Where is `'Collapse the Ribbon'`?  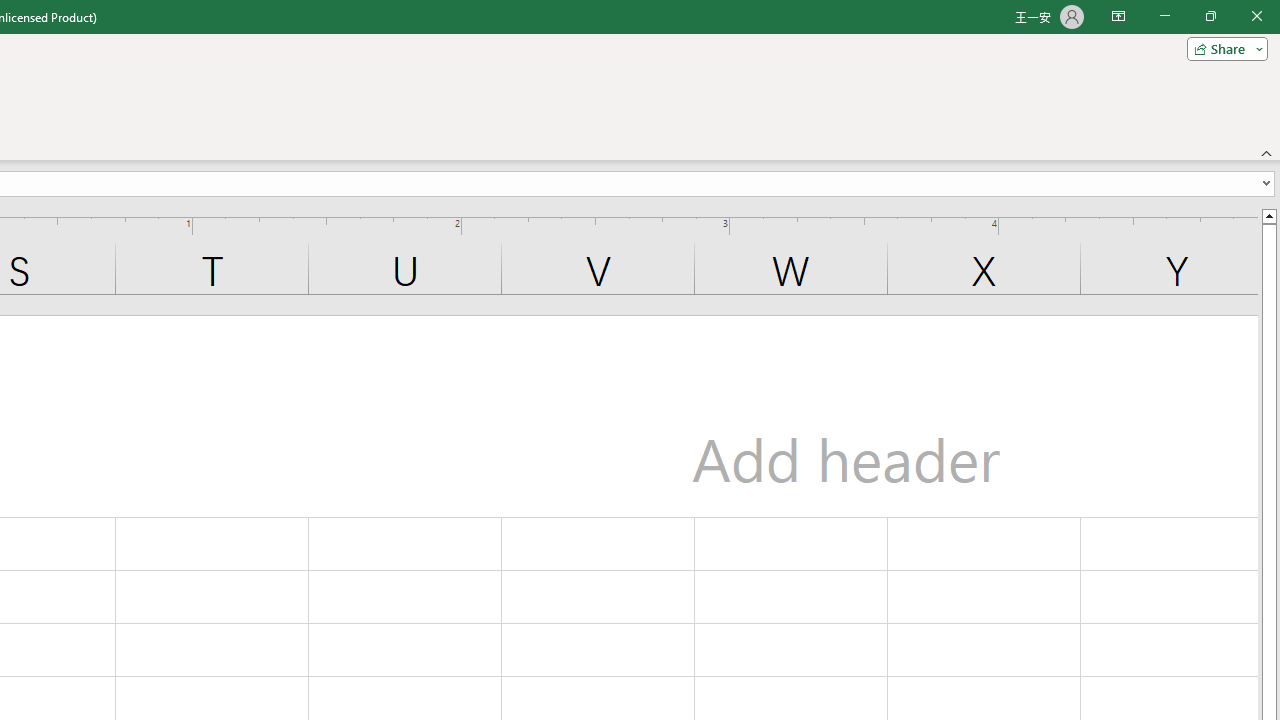
'Collapse the Ribbon' is located at coordinates (1266, 152).